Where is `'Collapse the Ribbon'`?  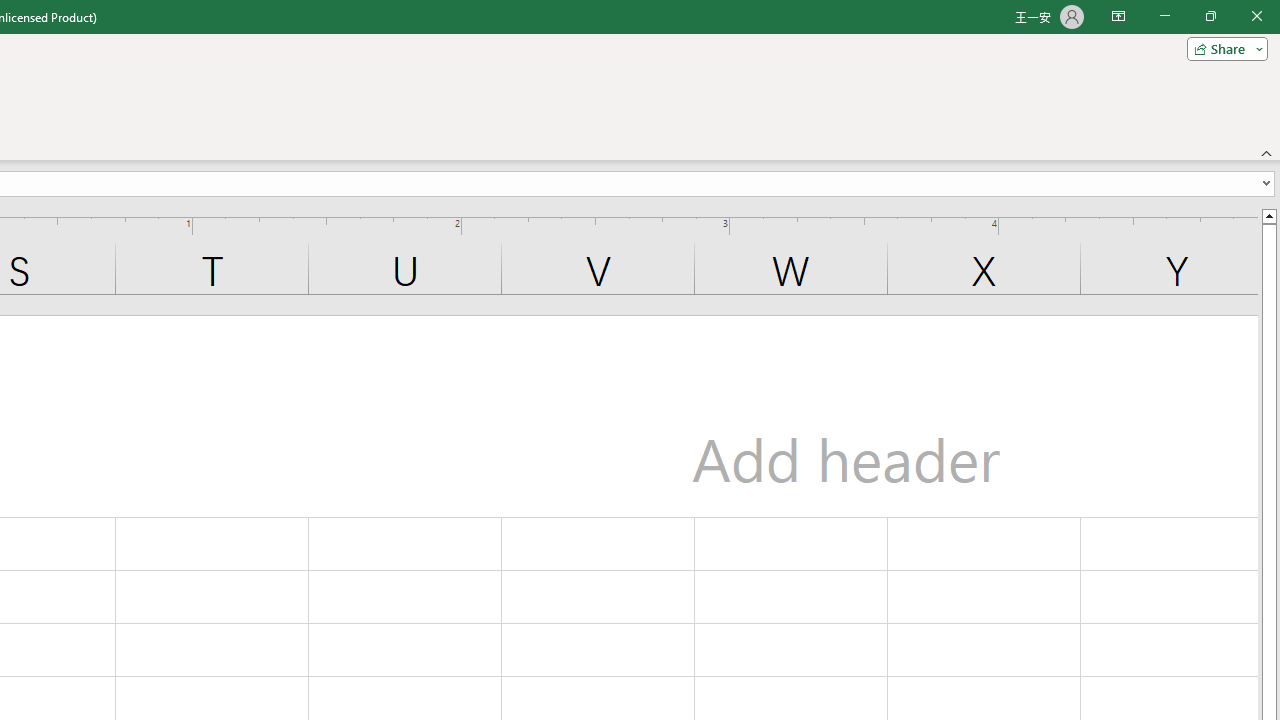
'Collapse the Ribbon' is located at coordinates (1266, 152).